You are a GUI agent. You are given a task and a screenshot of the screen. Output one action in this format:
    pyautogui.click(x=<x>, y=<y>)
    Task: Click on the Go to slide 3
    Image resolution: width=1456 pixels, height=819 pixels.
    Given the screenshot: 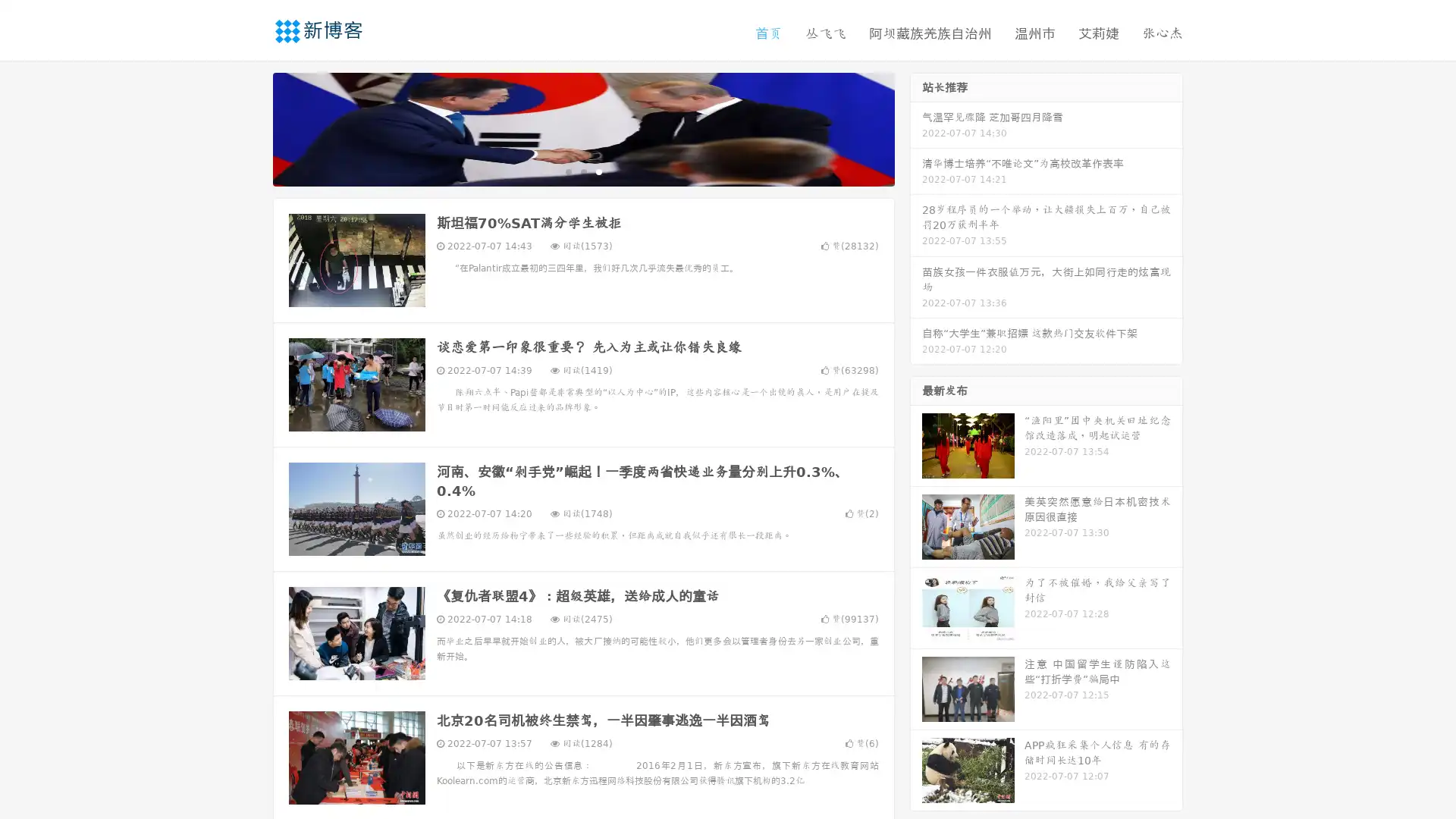 What is the action you would take?
    pyautogui.click(x=598, y=171)
    